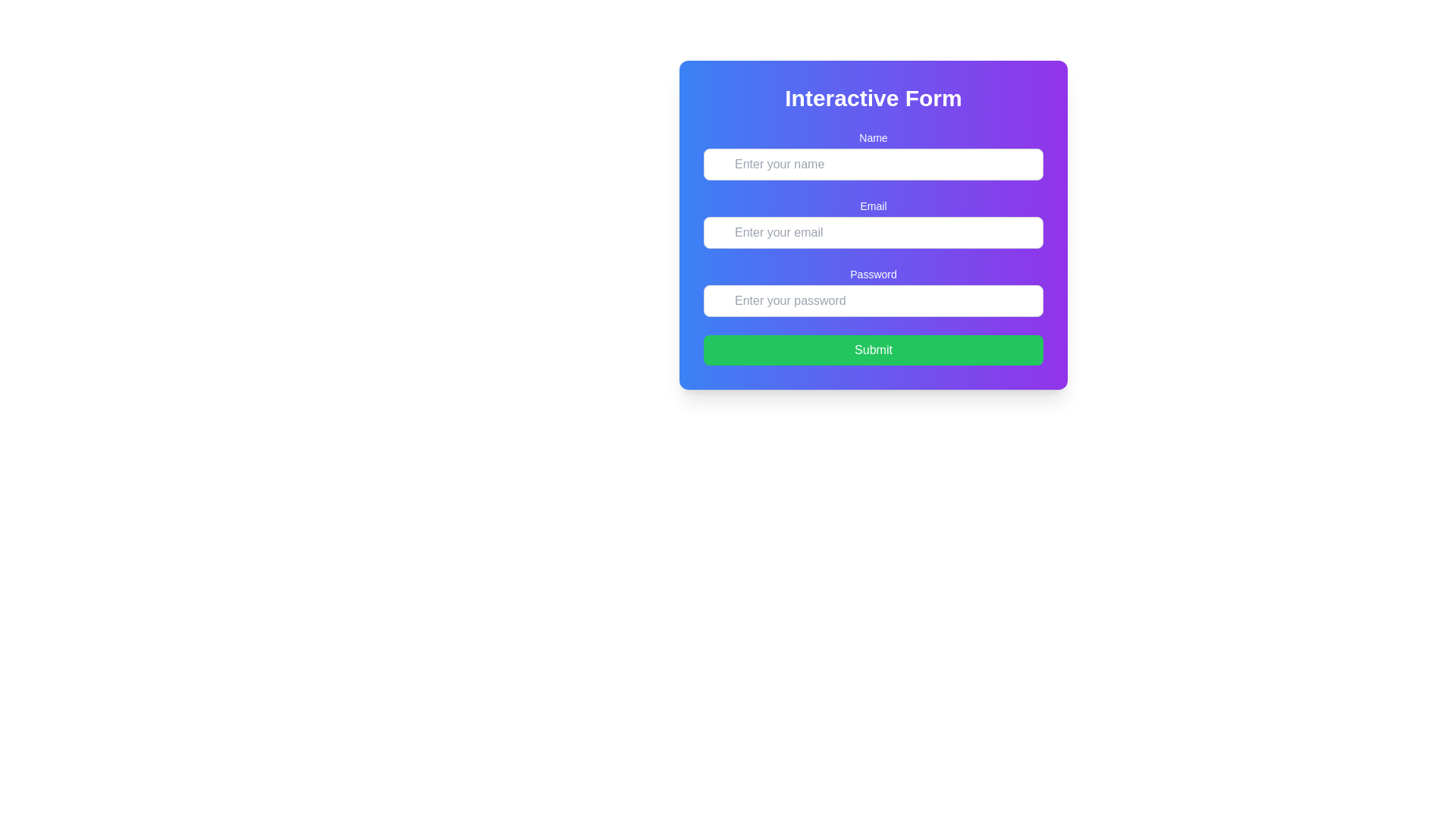 The width and height of the screenshot is (1456, 819). I want to click on the 'Email' text input field, so click(874, 223).